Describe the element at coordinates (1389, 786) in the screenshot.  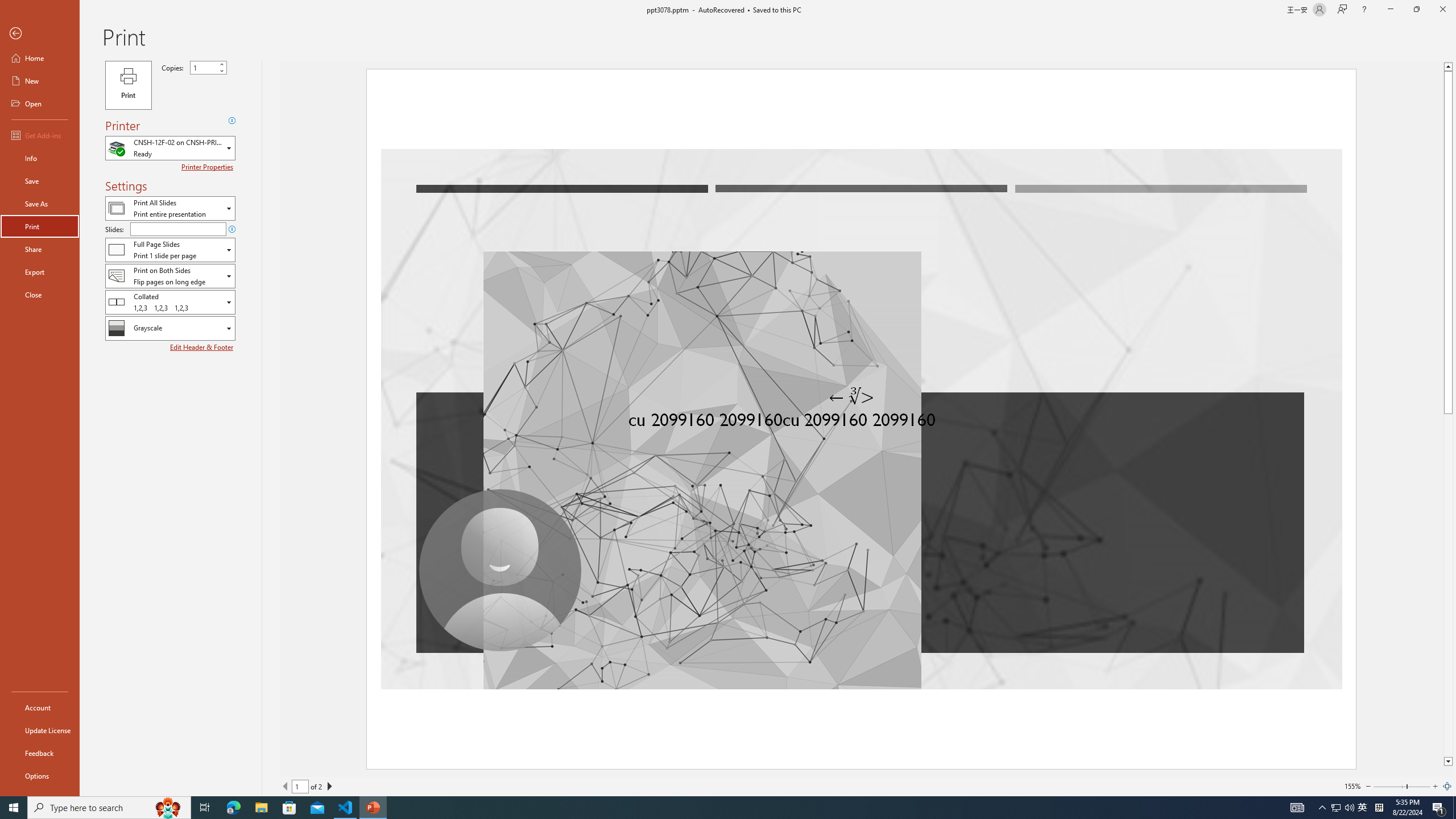
I see `'Page left'` at that location.